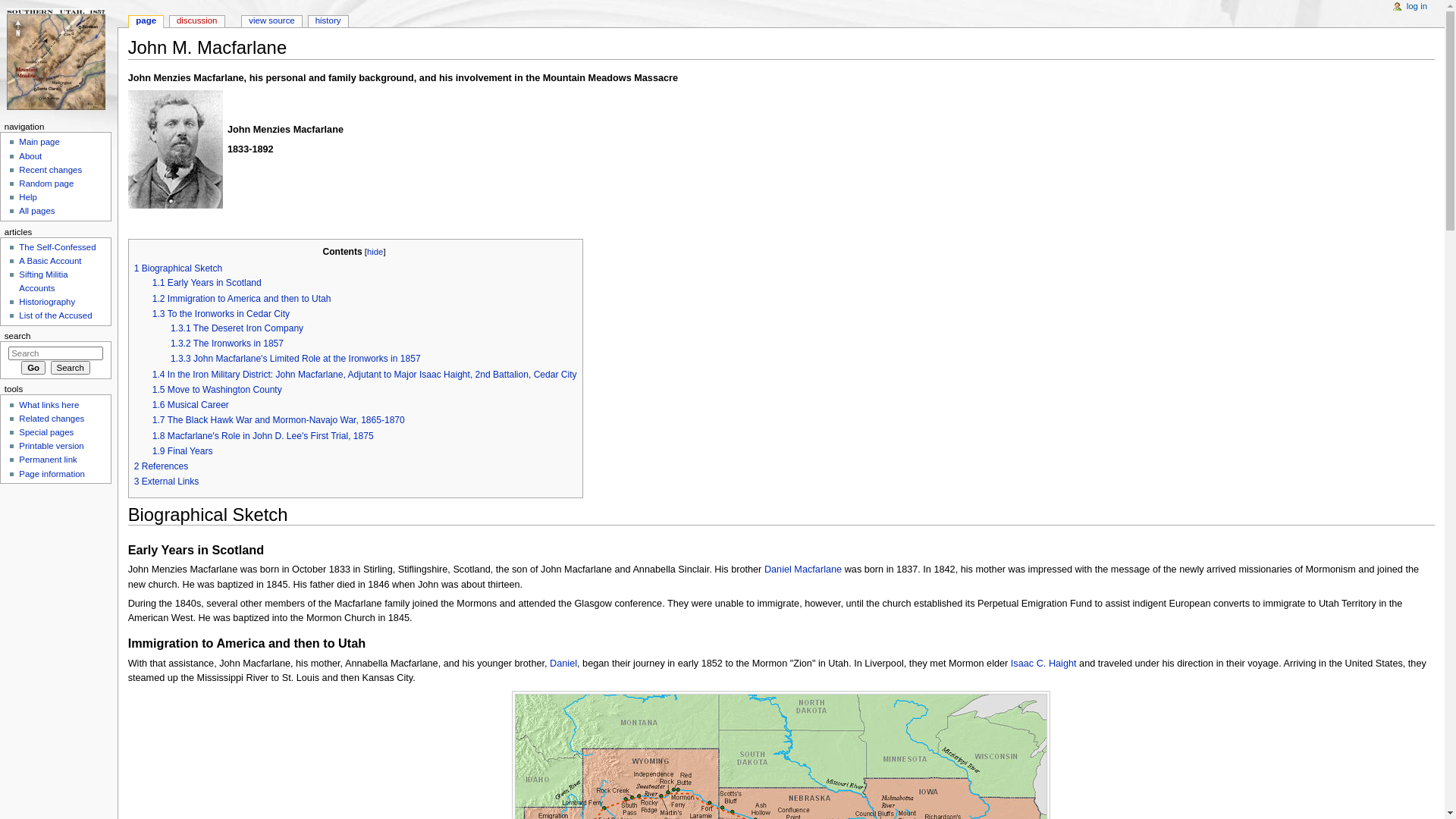 This screenshot has height=819, width=1456. What do you see at coordinates (51, 368) in the screenshot?
I see `'Search'` at bounding box center [51, 368].